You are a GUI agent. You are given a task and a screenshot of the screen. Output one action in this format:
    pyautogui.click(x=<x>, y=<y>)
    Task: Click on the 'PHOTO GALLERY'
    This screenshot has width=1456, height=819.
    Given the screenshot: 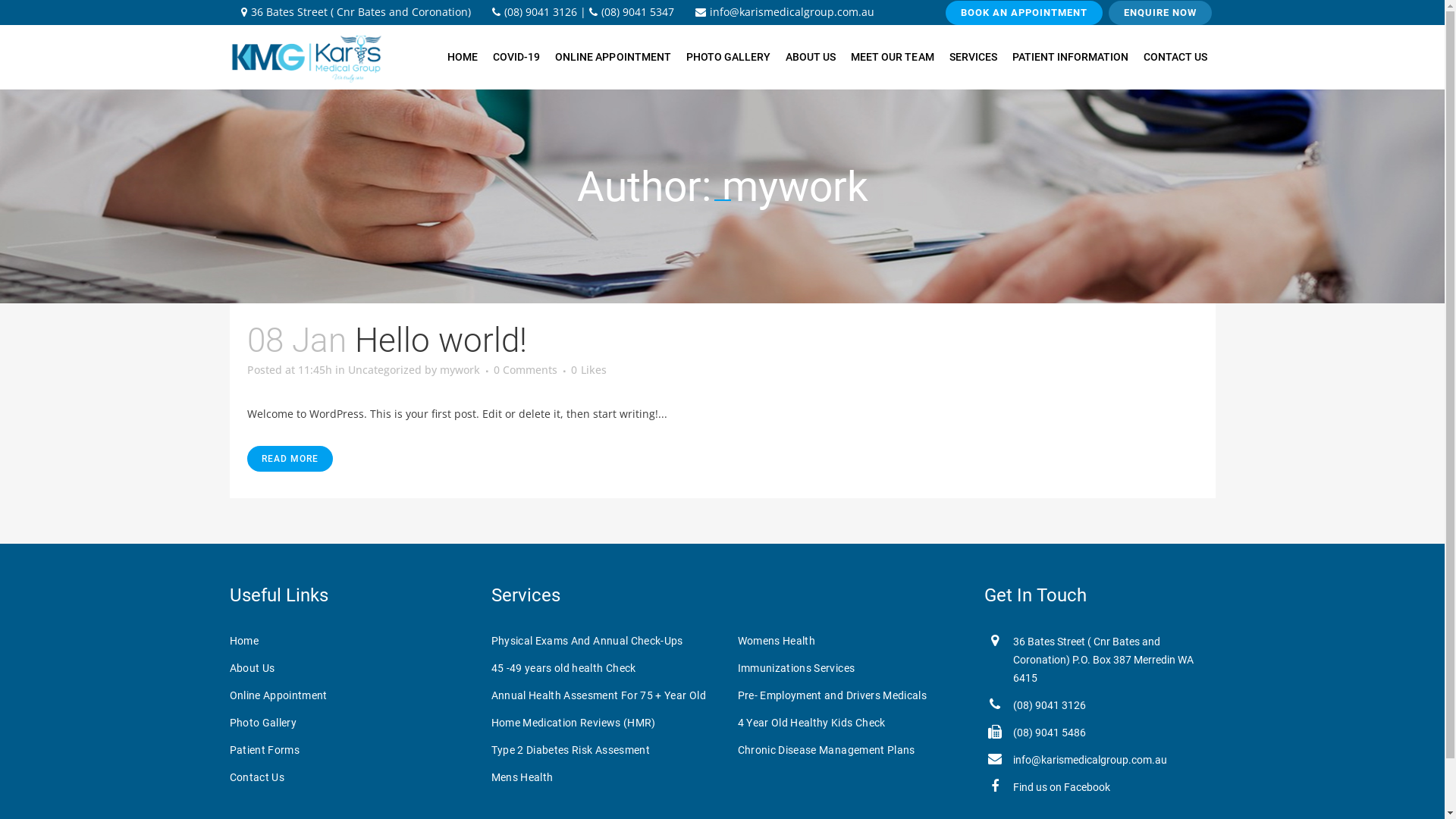 What is the action you would take?
    pyautogui.click(x=728, y=56)
    